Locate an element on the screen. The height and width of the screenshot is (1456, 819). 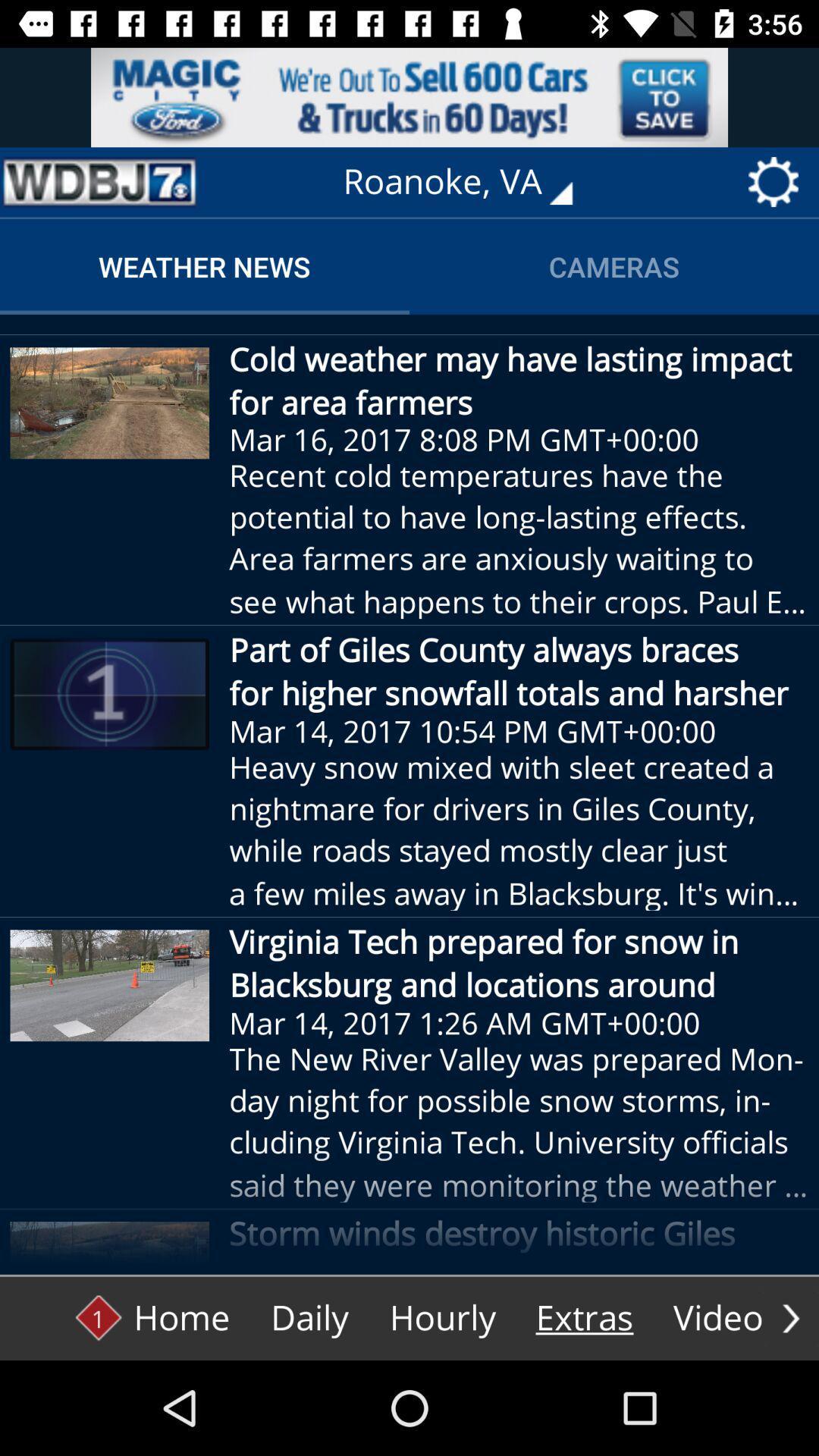
the arrow_forward icon is located at coordinates (790, 1317).